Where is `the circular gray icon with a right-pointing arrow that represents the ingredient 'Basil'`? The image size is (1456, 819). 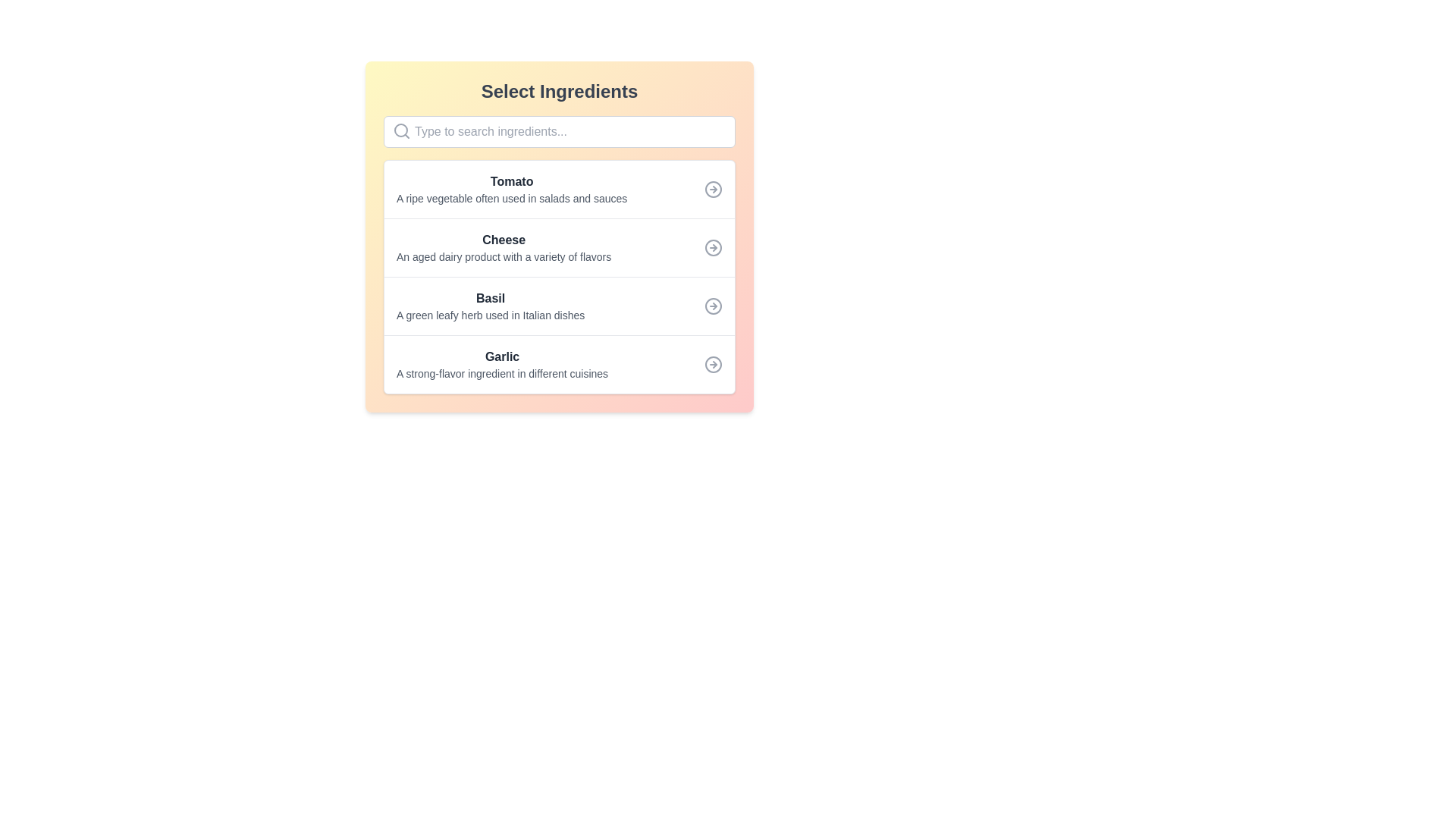 the circular gray icon with a right-pointing arrow that represents the ingredient 'Basil' is located at coordinates (712, 306).